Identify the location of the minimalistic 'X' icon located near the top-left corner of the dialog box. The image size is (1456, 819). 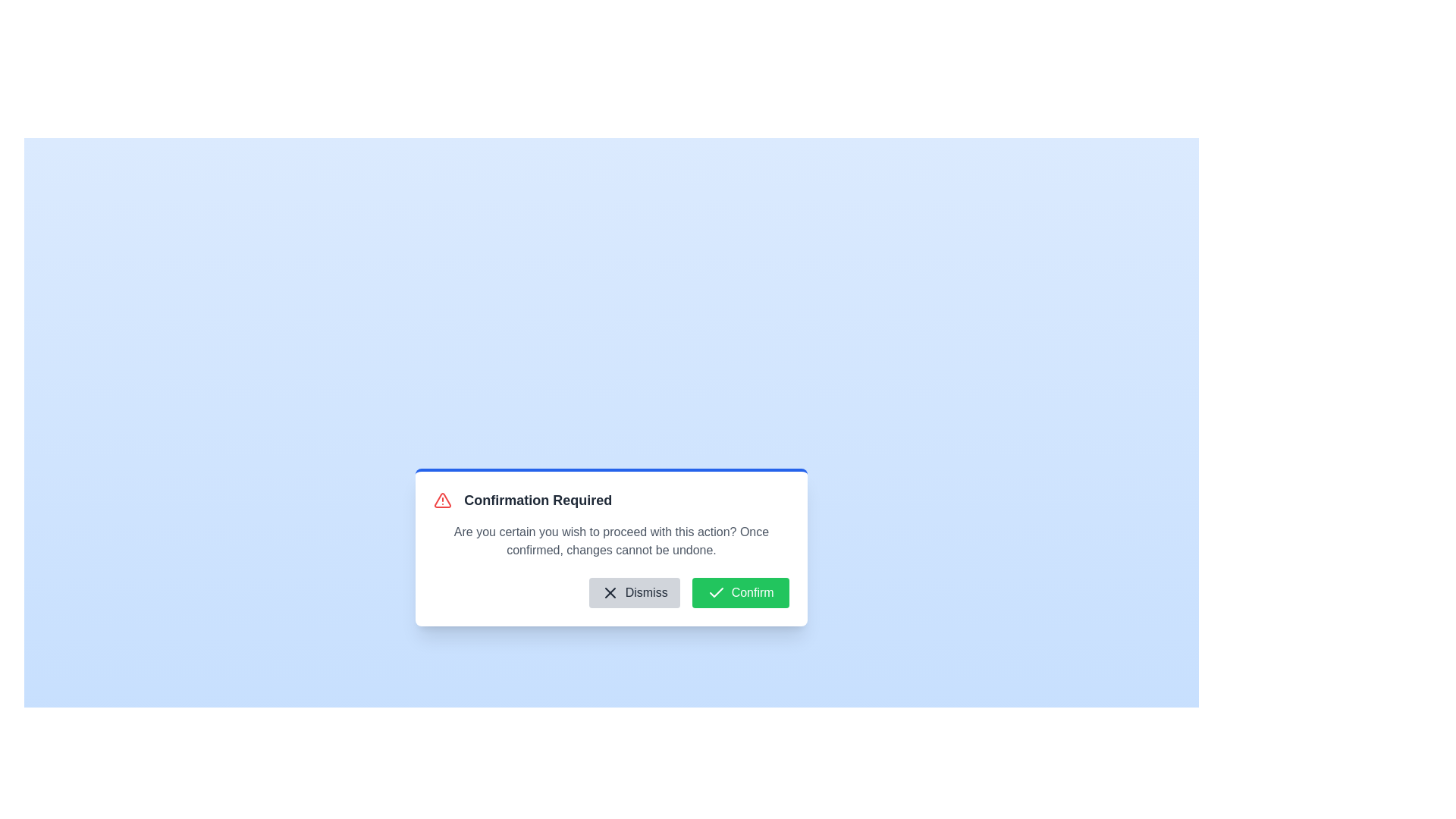
(610, 592).